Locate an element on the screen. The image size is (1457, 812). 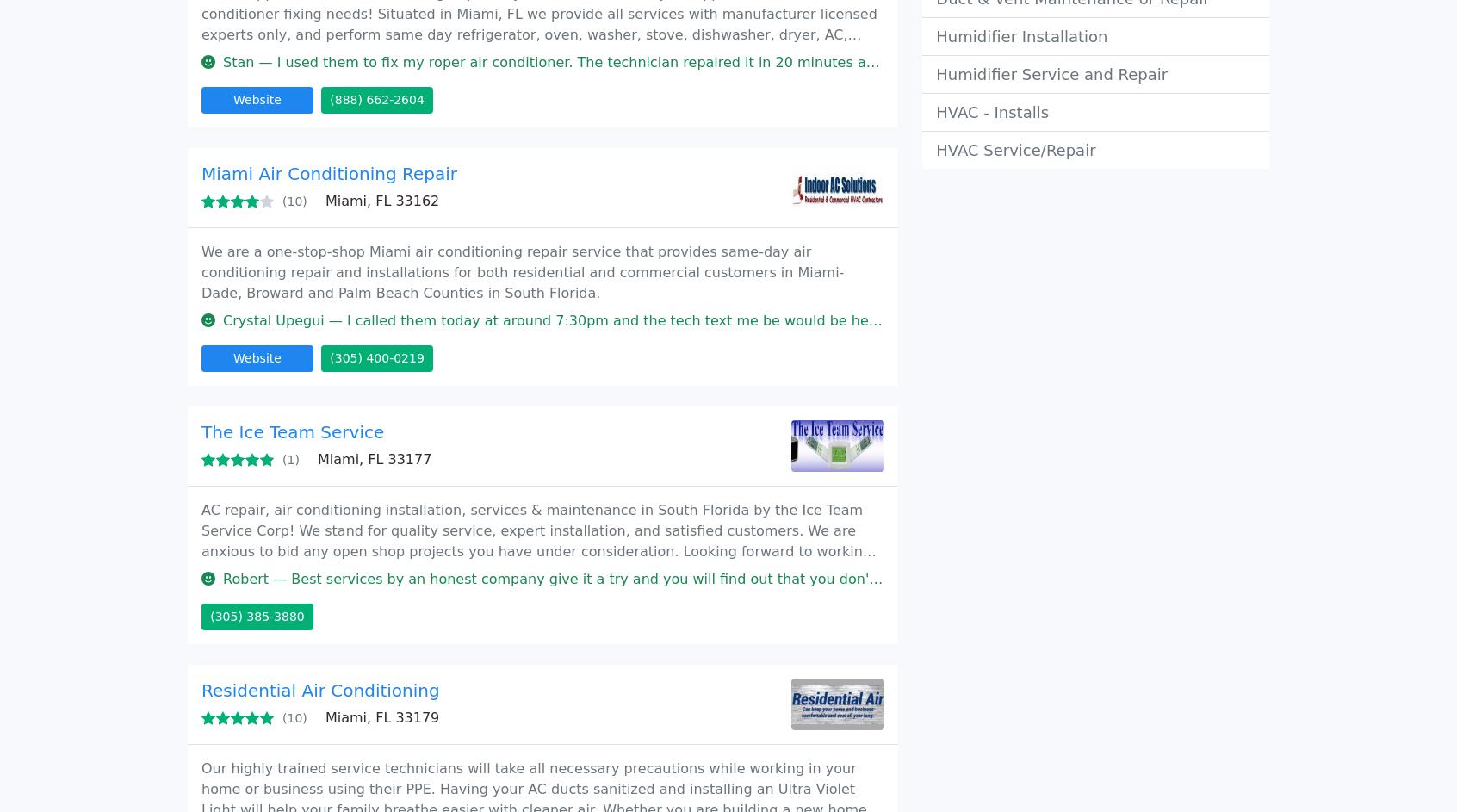
'Get free quotes' is located at coordinates (981, 159).